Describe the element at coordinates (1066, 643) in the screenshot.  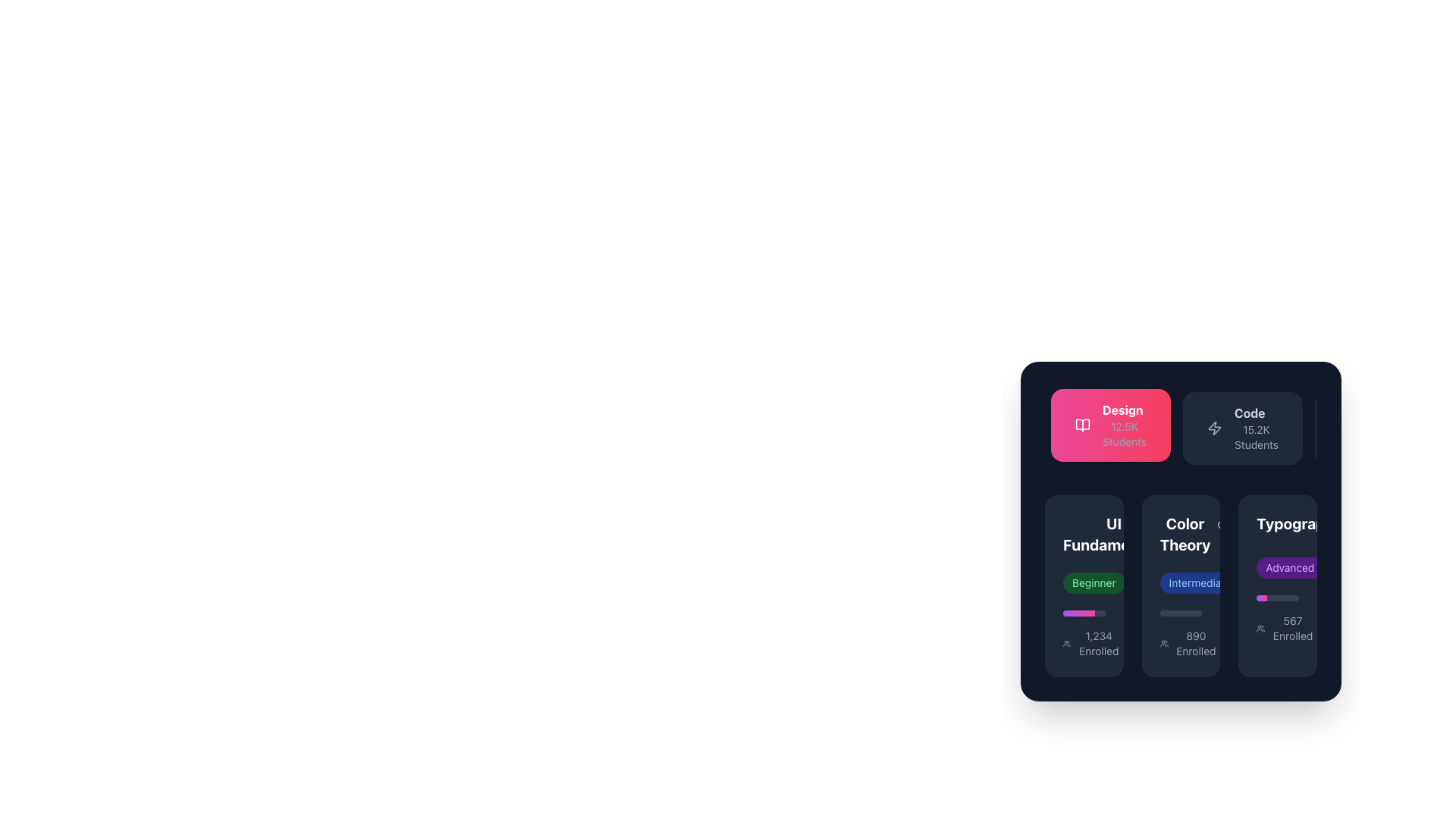
I see `the user group icon, which is a minimalist graphical representation with circular shapes and no fill, located to the left of the text '1,234 Enrolled.'` at that location.